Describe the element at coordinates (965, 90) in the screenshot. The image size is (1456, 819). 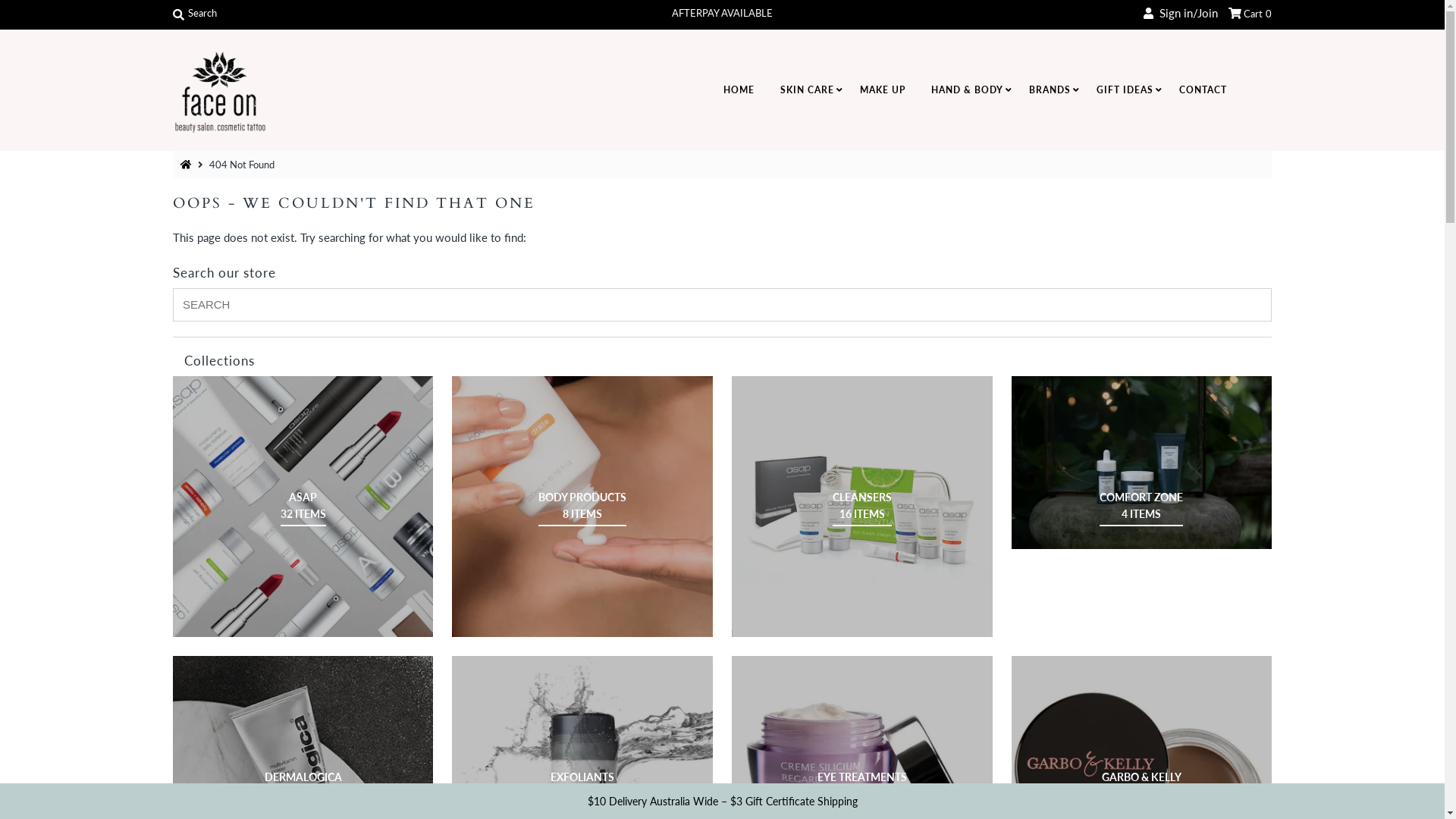
I see `'HAND & BODY'` at that location.